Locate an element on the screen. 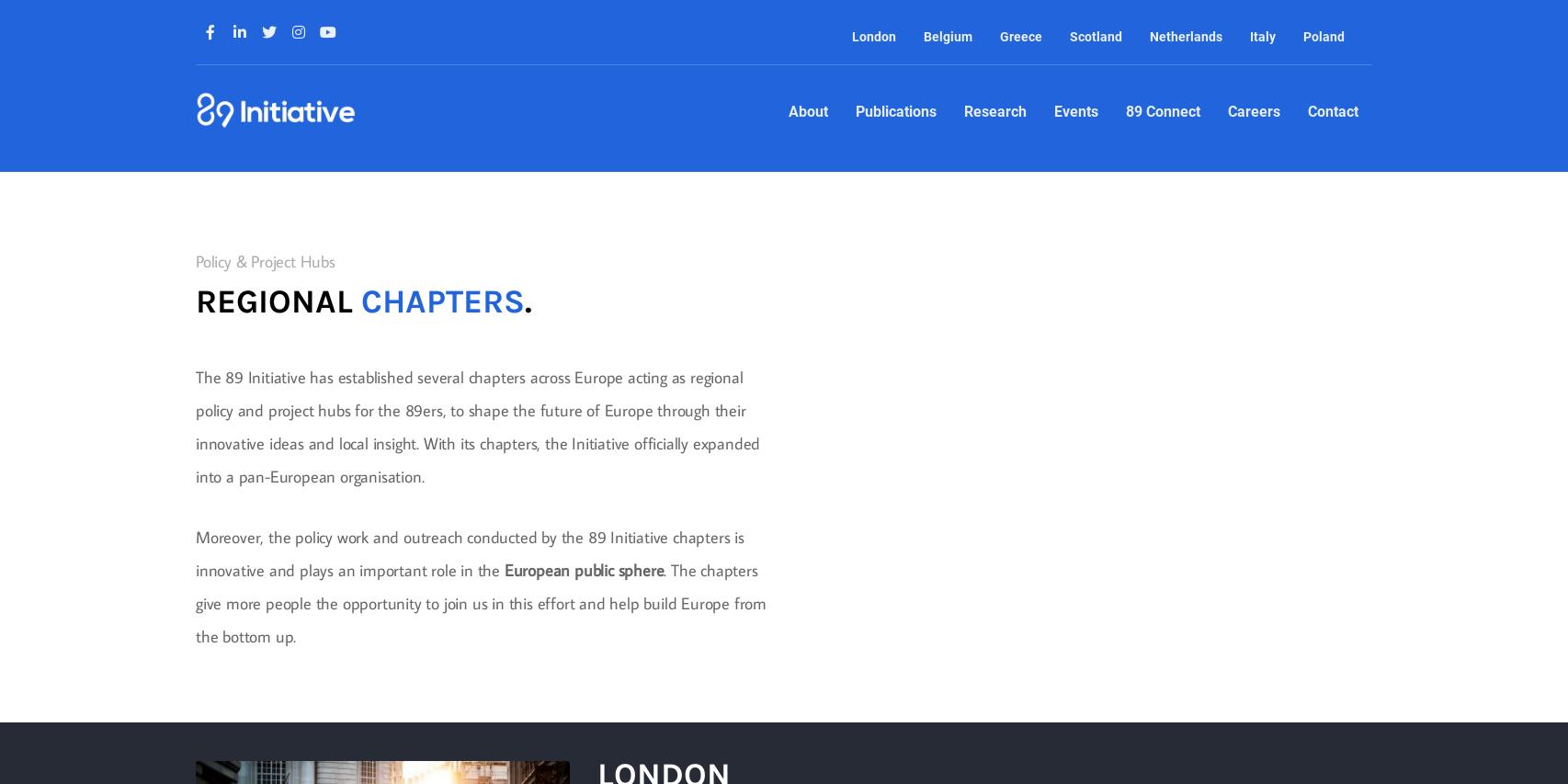 The width and height of the screenshot is (1568, 784). 'Events' is located at coordinates (1052, 111).